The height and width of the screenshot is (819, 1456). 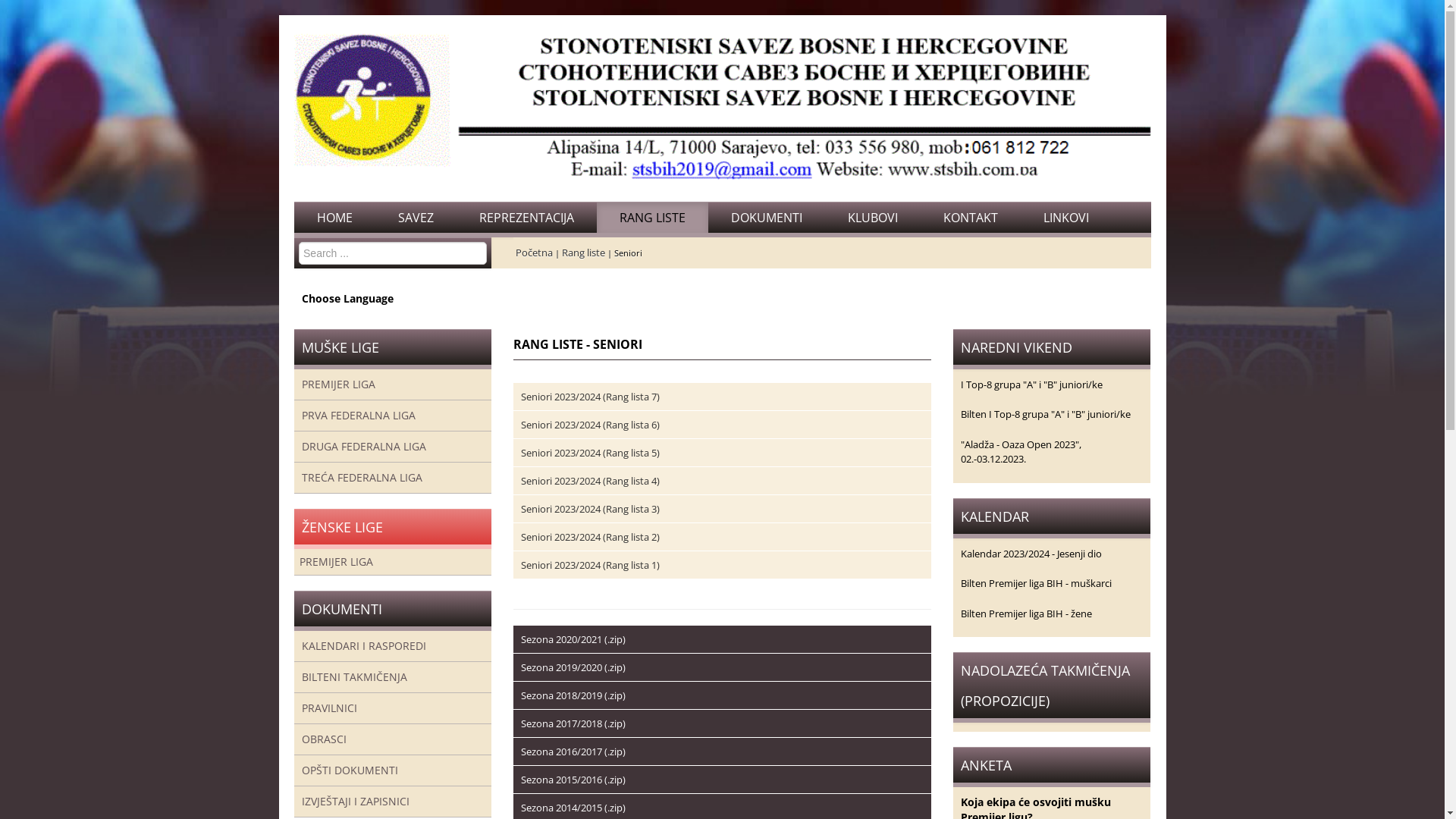 What do you see at coordinates (1031, 553) in the screenshot?
I see `'Kalendar 2023/2024 - Jesenji dio'` at bounding box center [1031, 553].